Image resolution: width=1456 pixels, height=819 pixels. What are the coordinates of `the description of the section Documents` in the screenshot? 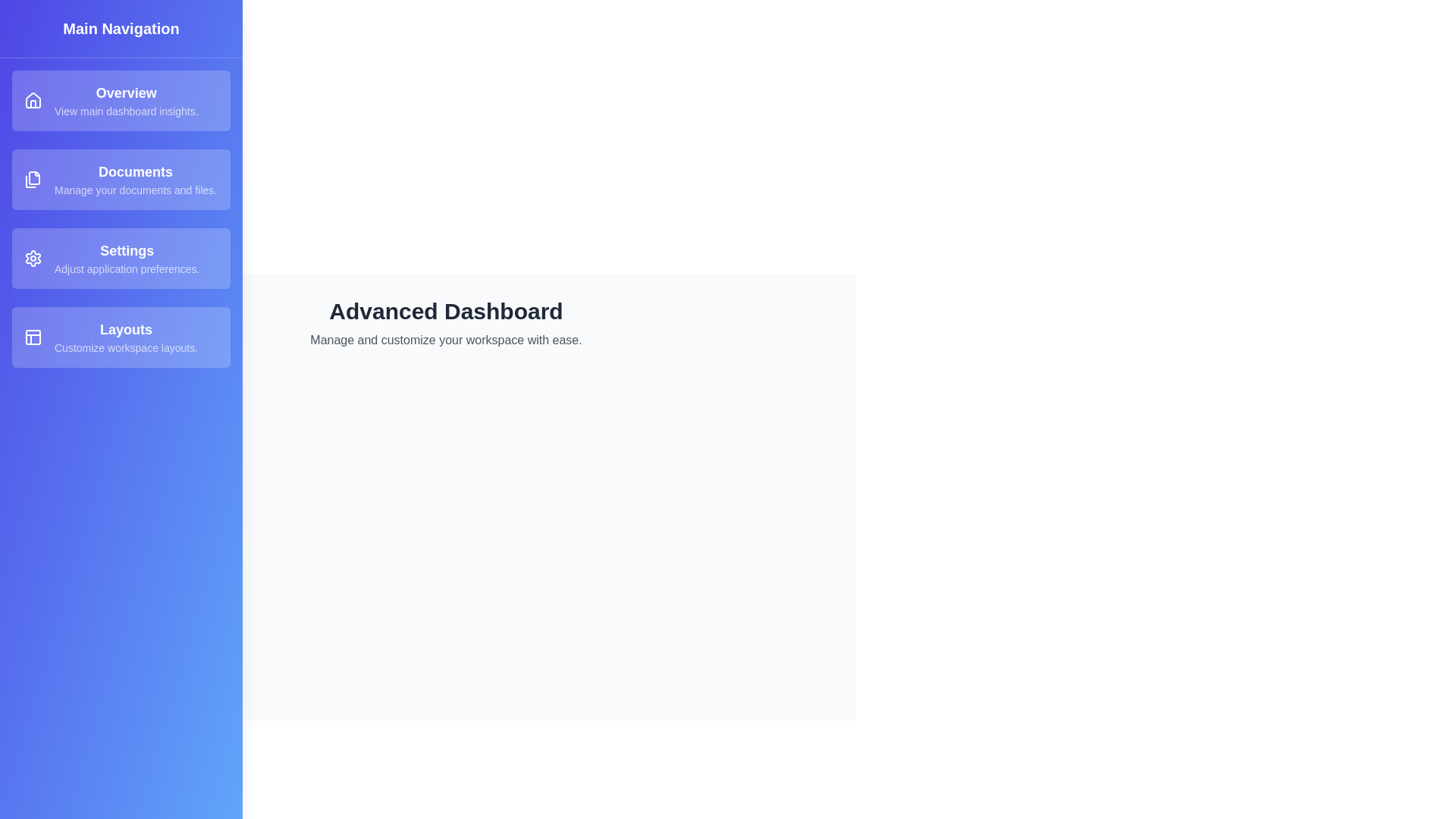 It's located at (120, 178).